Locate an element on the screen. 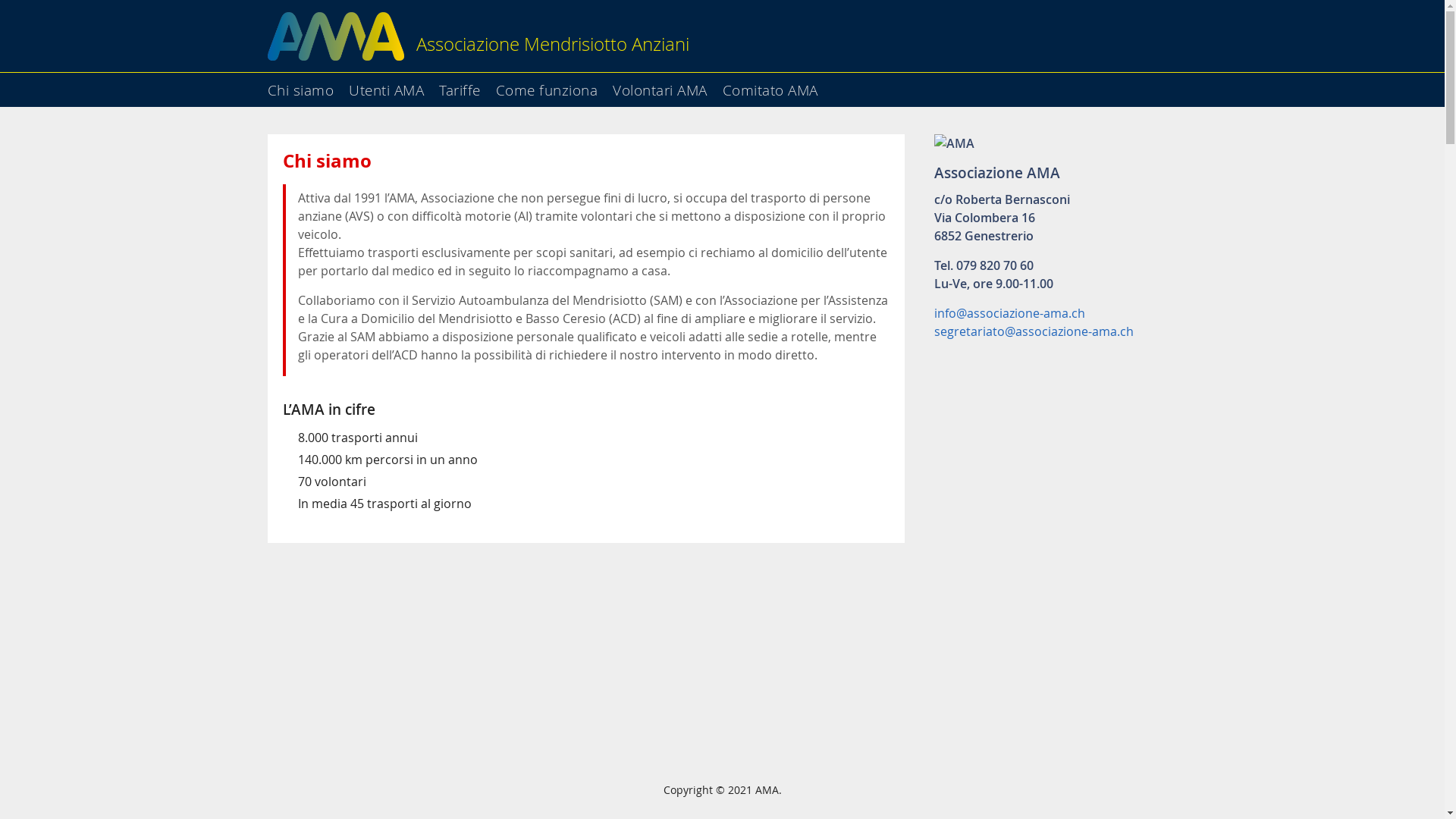  'Comitato AMA' is located at coordinates (775, 84).